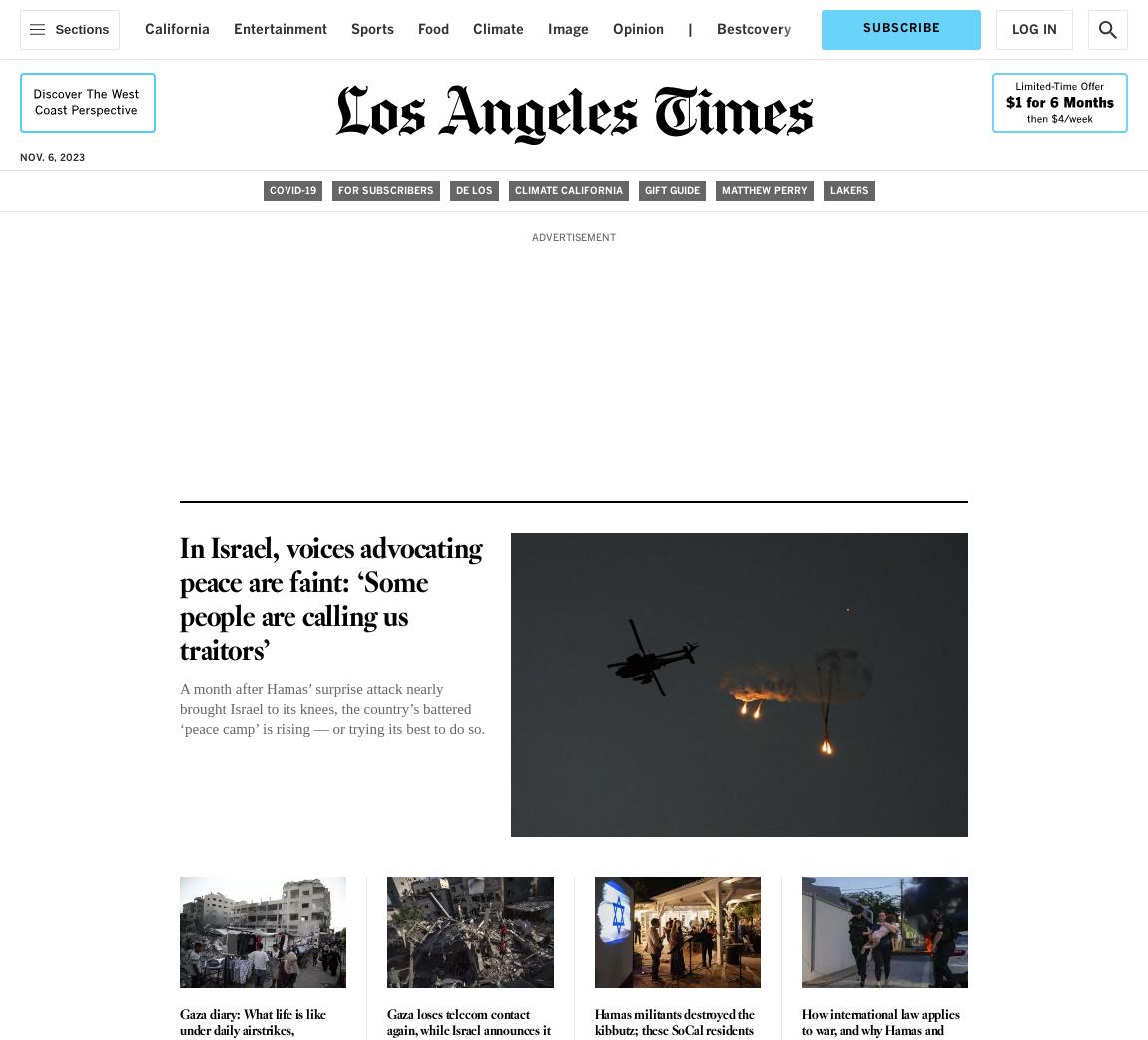 The image size is (1148, 1040). What do you see at coordinates (385, 189) in the screenshot?
I see `'For Subscribers'` at bounding box center [385, 189].